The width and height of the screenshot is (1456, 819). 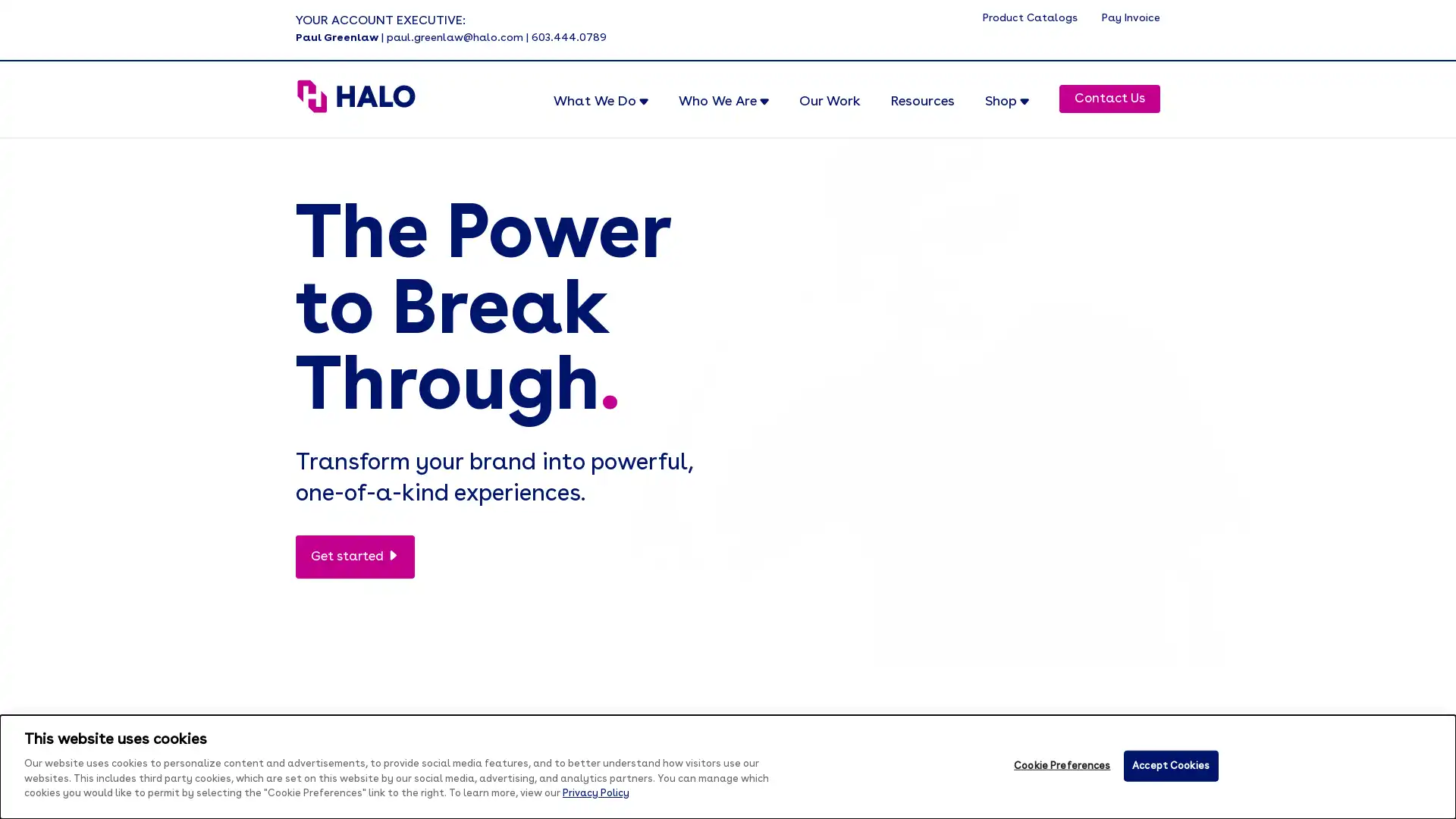 What do you see at coordinates (1169, 766) in the screenshot?
I see `Accept Cookies` at bounding box center [1169, 766].